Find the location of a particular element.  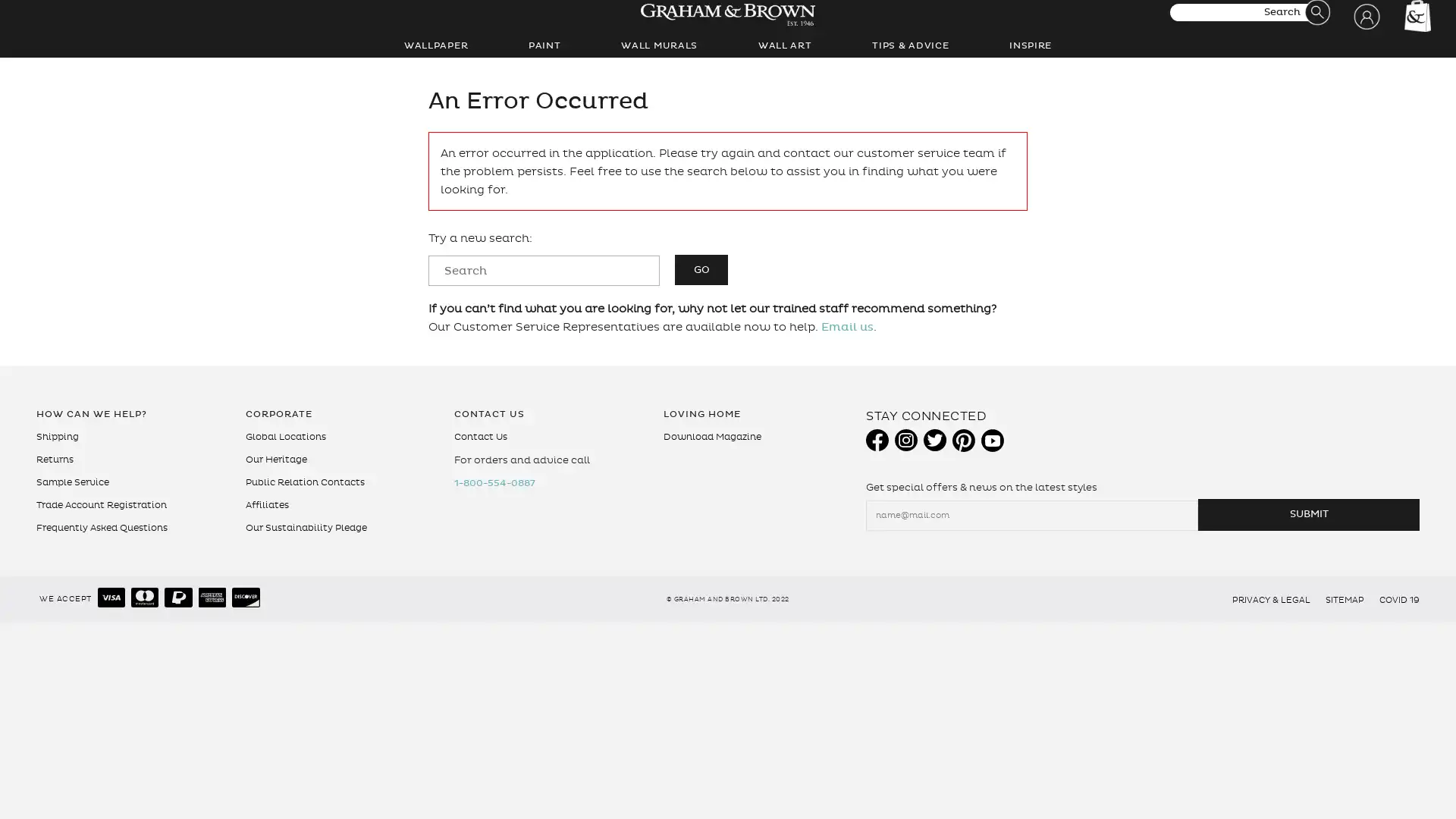

SUBMIT is located at coordinates (1307, 513).